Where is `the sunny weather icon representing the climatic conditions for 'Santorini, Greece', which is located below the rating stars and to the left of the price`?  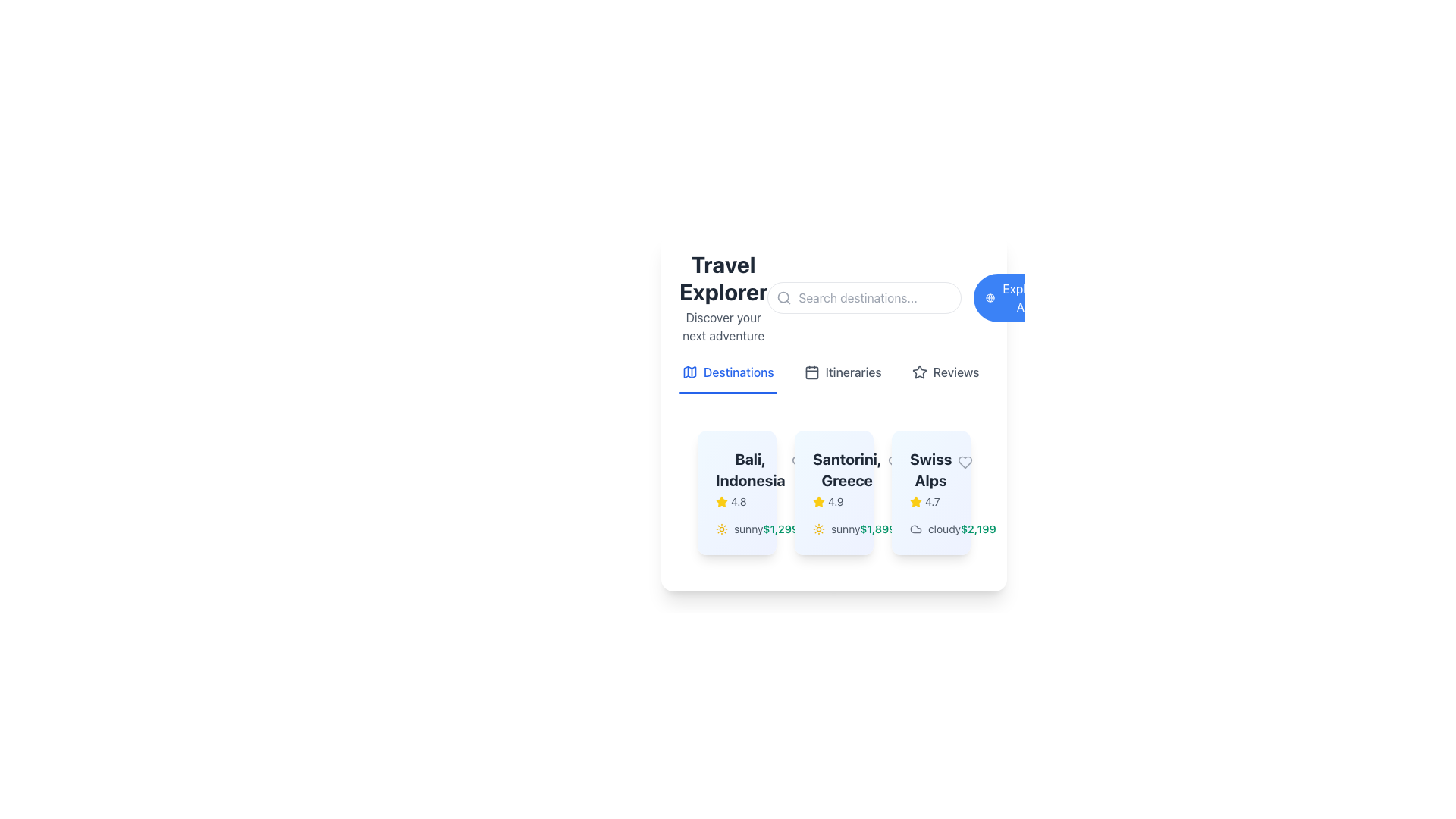 the sunny weather icon representing the climatic conditions for 'Santorini, Greece', which is located below the rating stars and to the left of the price is located at coordinates (818, 529).